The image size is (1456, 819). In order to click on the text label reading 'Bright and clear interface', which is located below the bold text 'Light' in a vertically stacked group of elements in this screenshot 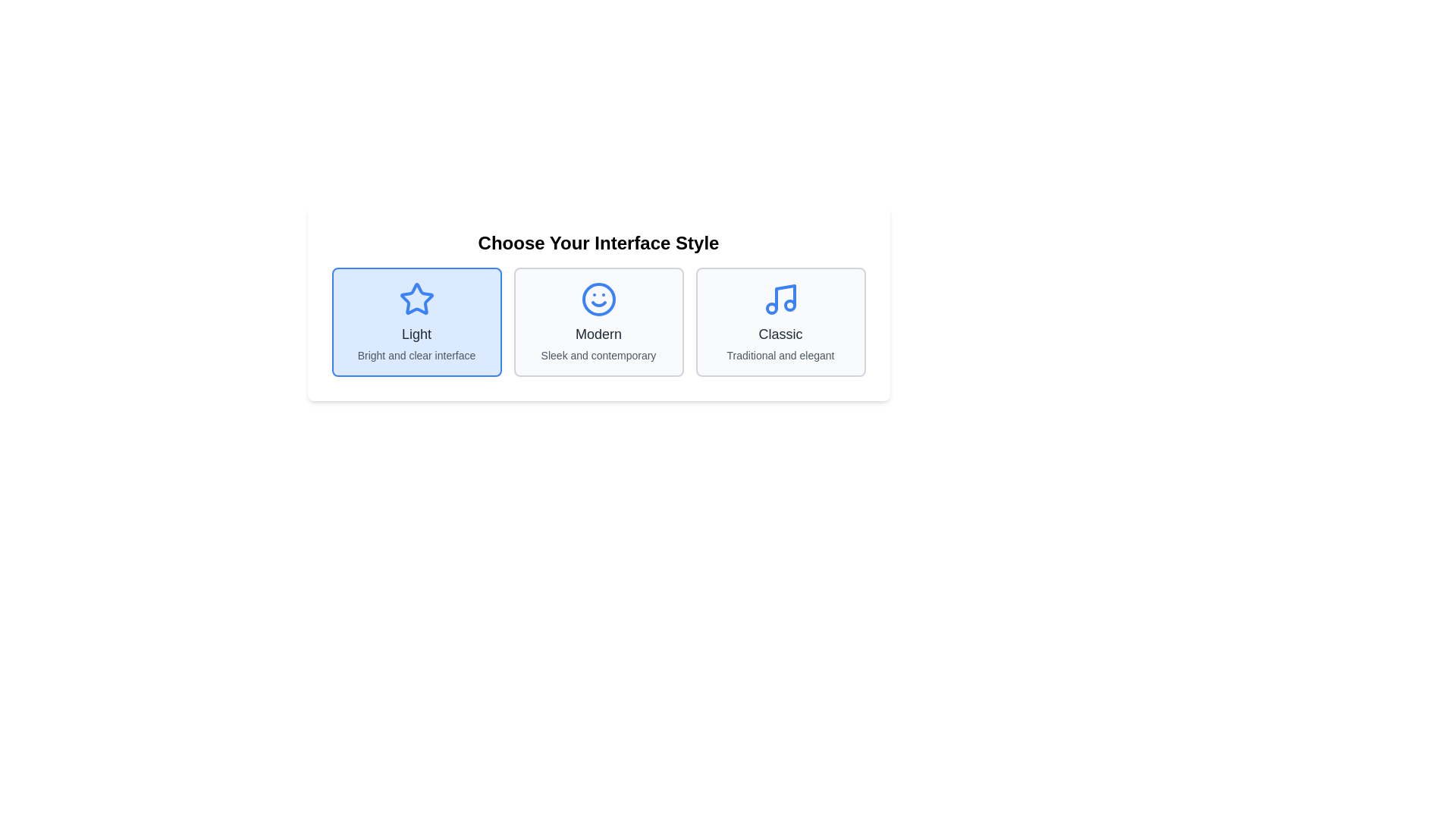, I will do `click(416, 356)`.